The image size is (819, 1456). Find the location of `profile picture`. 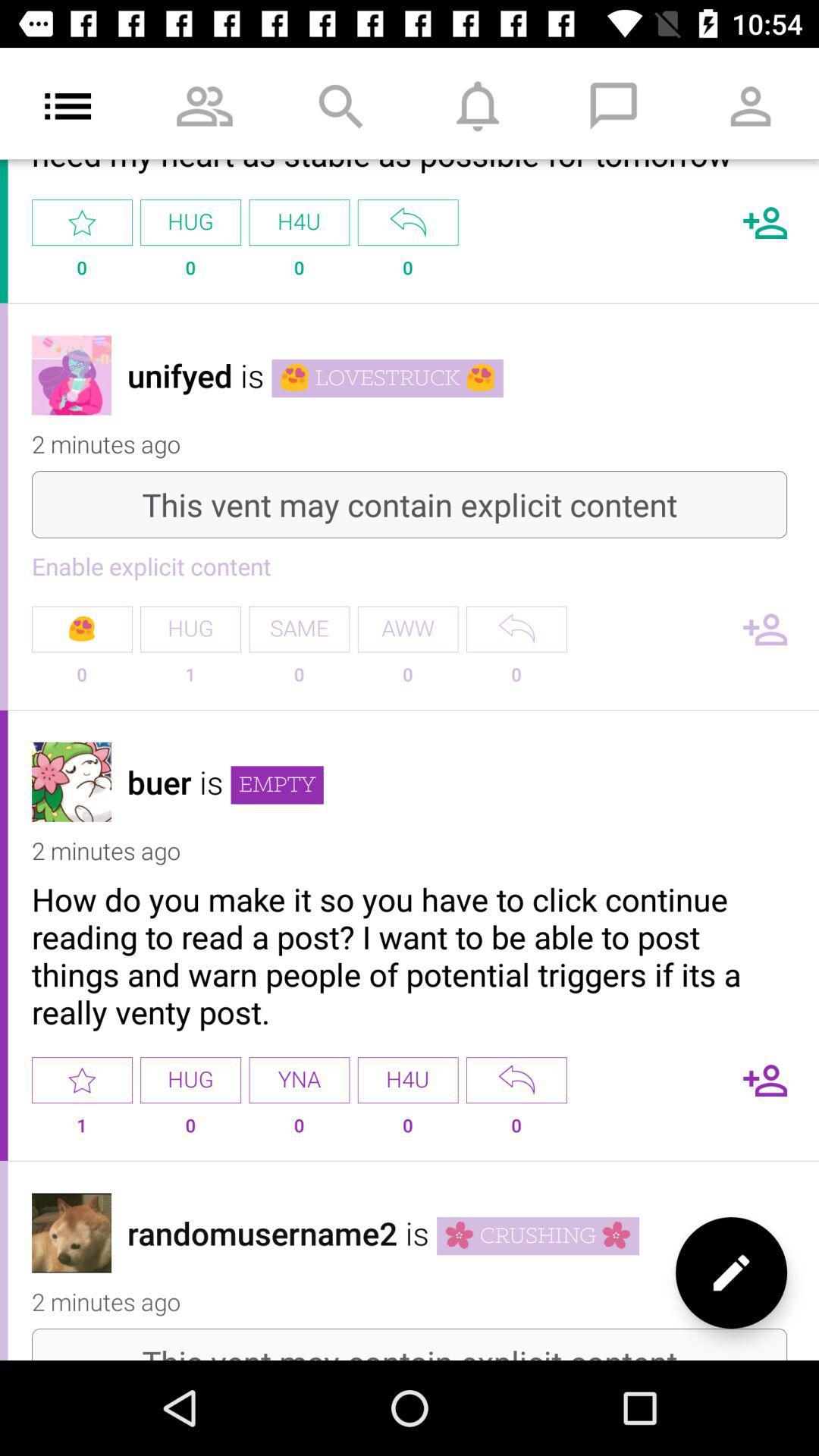

profile picture is located at coordinates (71, 782).